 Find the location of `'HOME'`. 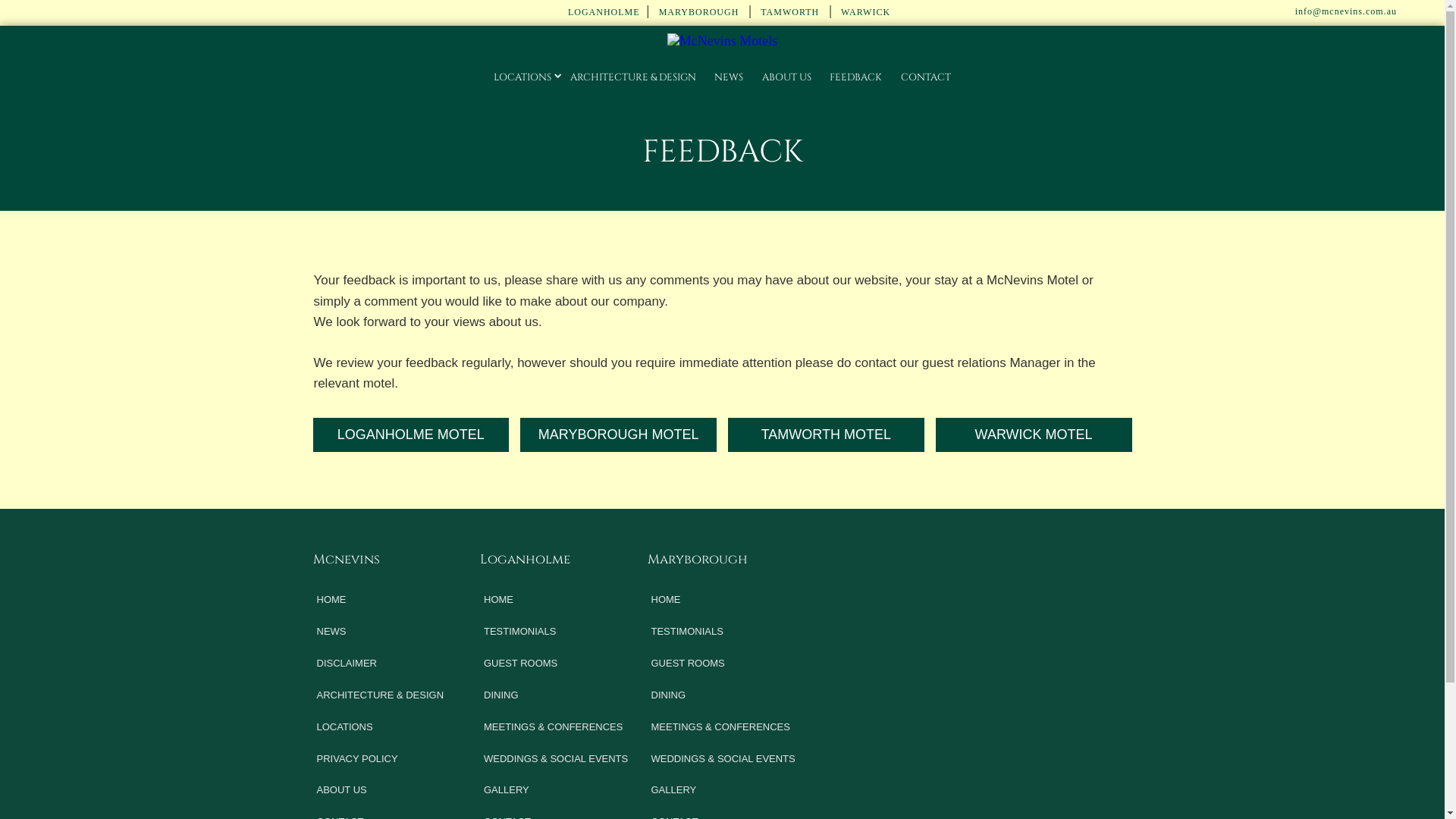

'HOME' is located at coordinates (563, 598).